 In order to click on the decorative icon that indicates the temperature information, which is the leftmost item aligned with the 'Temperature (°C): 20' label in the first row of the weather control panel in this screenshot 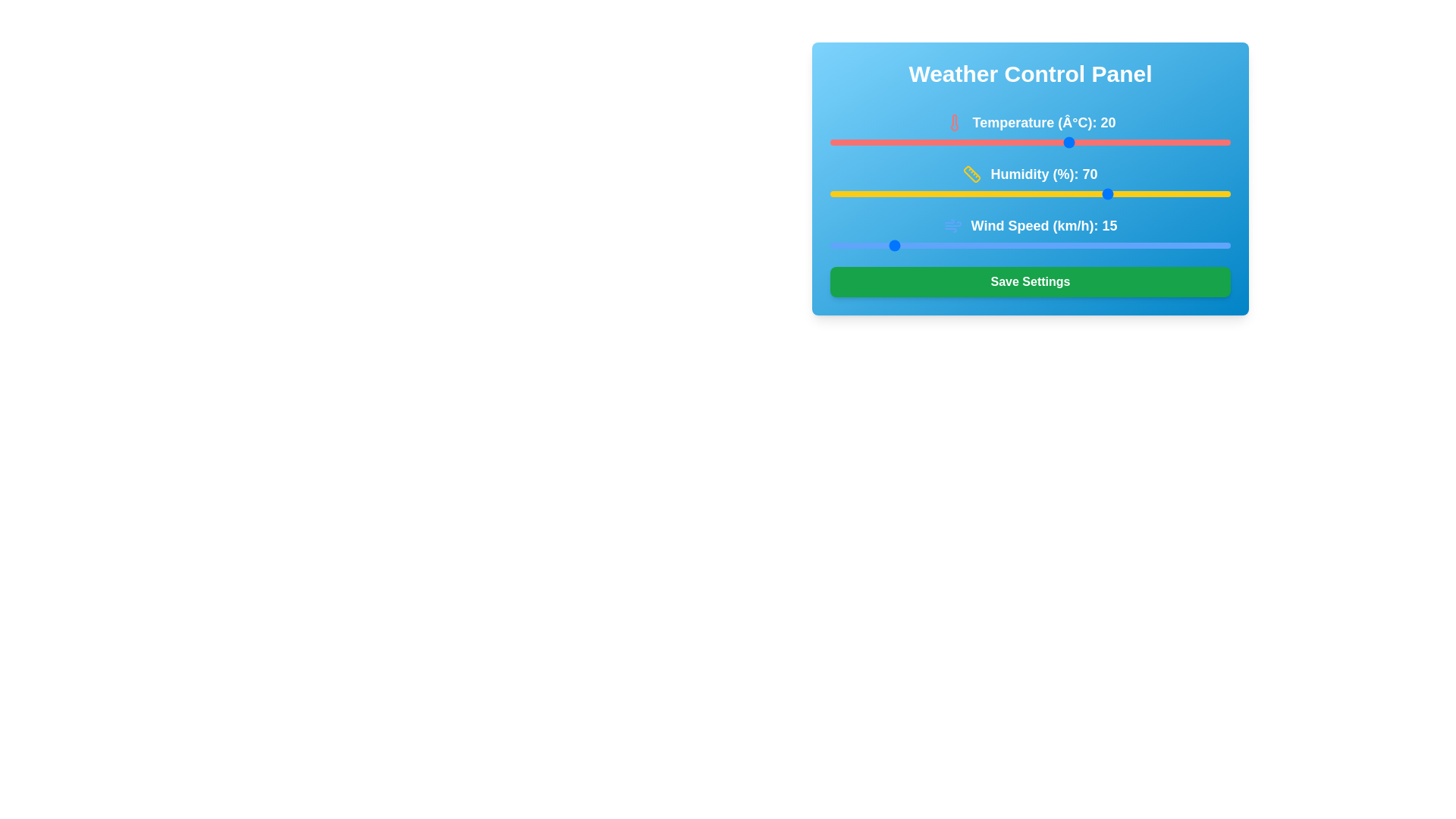, I will do `click(953, 122)`.